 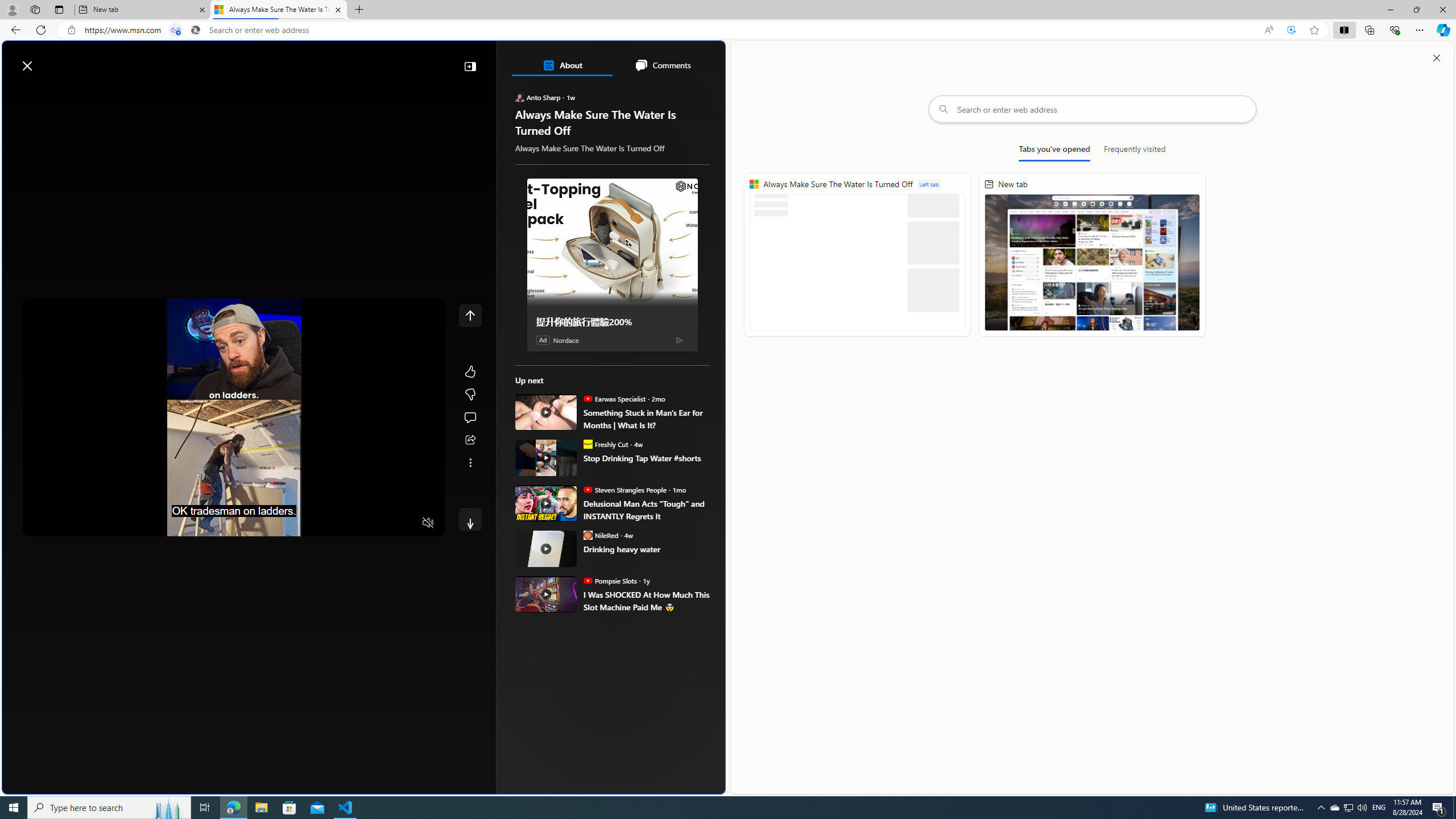 I want to click on 'Split screen', so click(x=1345, y=29).